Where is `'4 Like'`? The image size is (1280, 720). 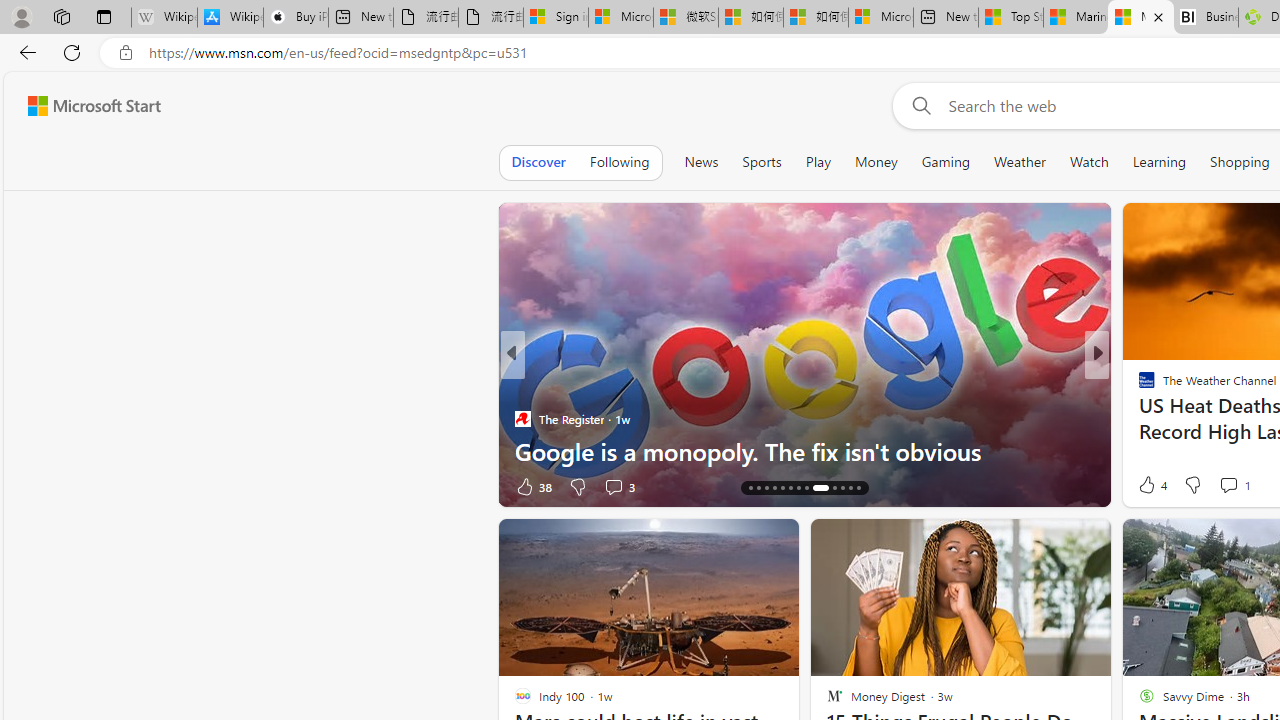
'4 Like' is located at coordinates (1151, 484).